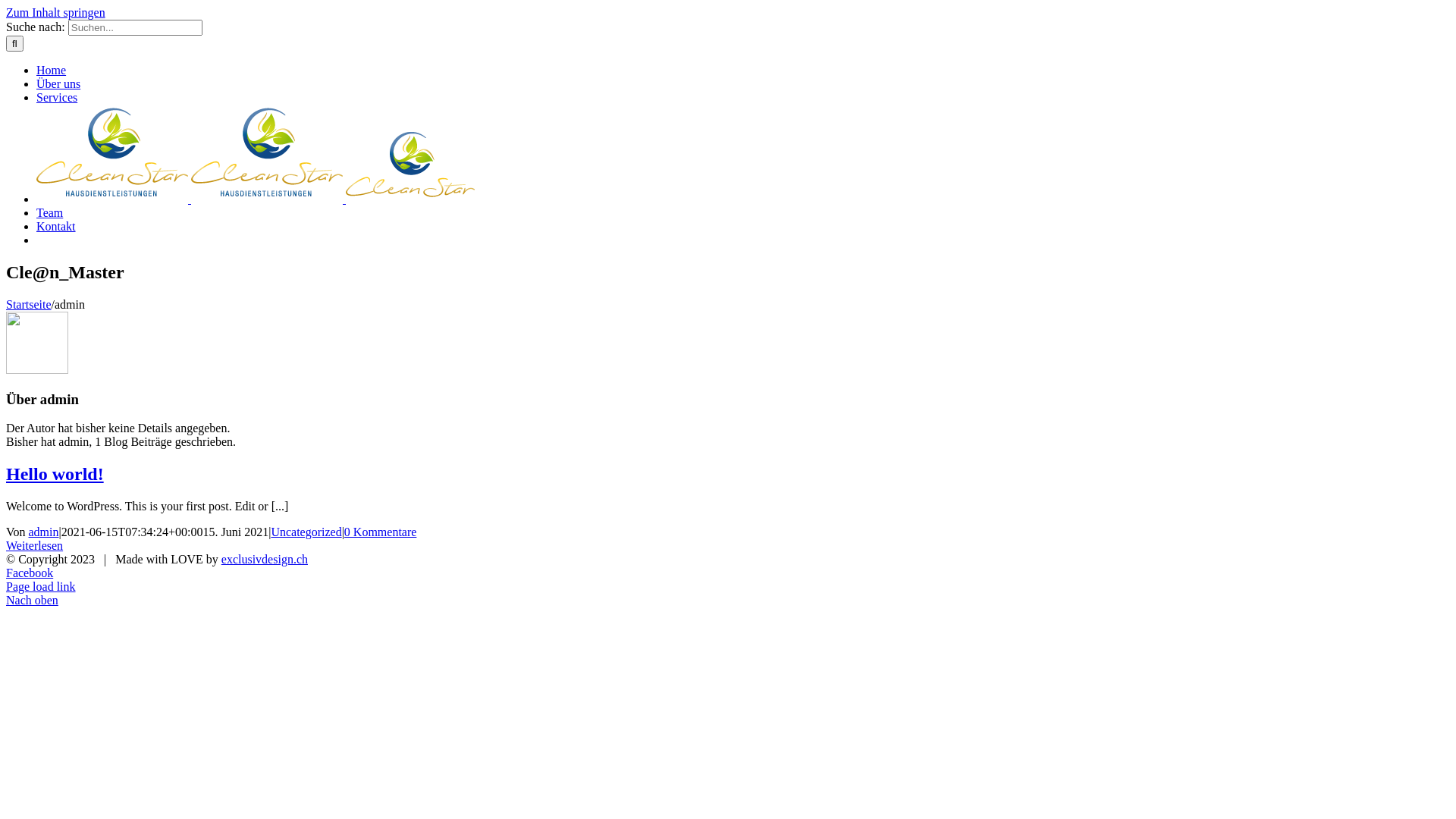  What do you see at coordinates (40, 585) in the screenshot?
I see `'Page load link'` at bounding box center [40, 585].